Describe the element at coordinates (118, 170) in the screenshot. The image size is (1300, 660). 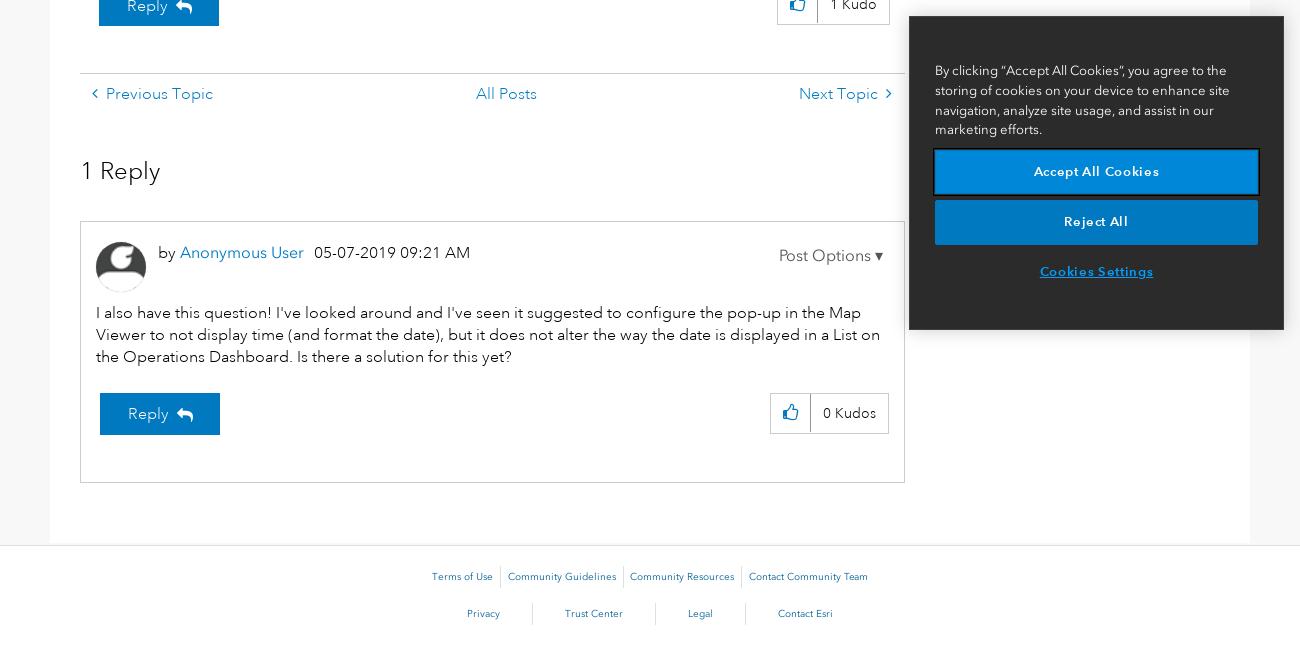
I see `'1 Reply'` at that location.